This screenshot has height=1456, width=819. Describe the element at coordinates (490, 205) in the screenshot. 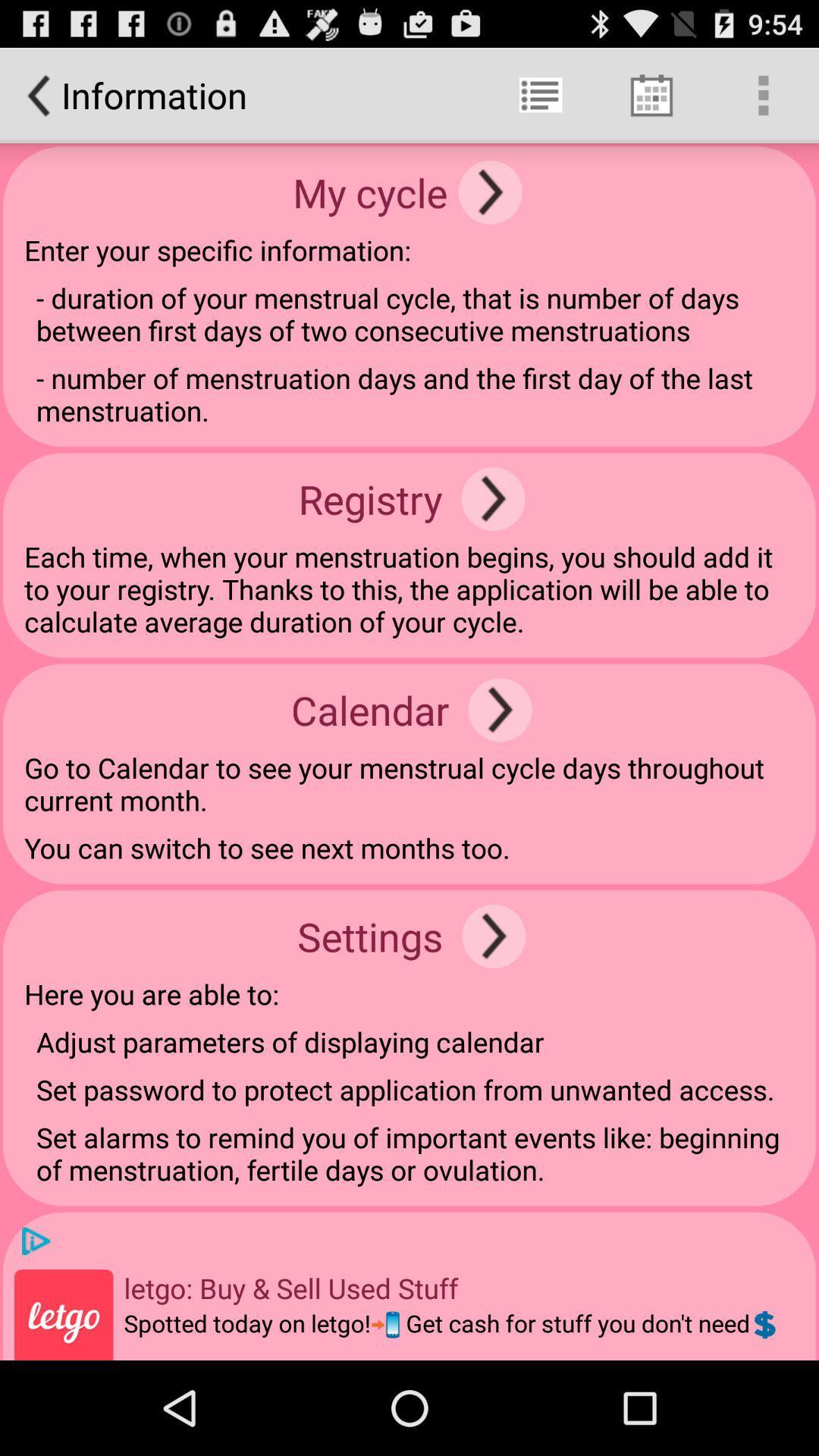

I see `the arrow_forward icon` at that location.